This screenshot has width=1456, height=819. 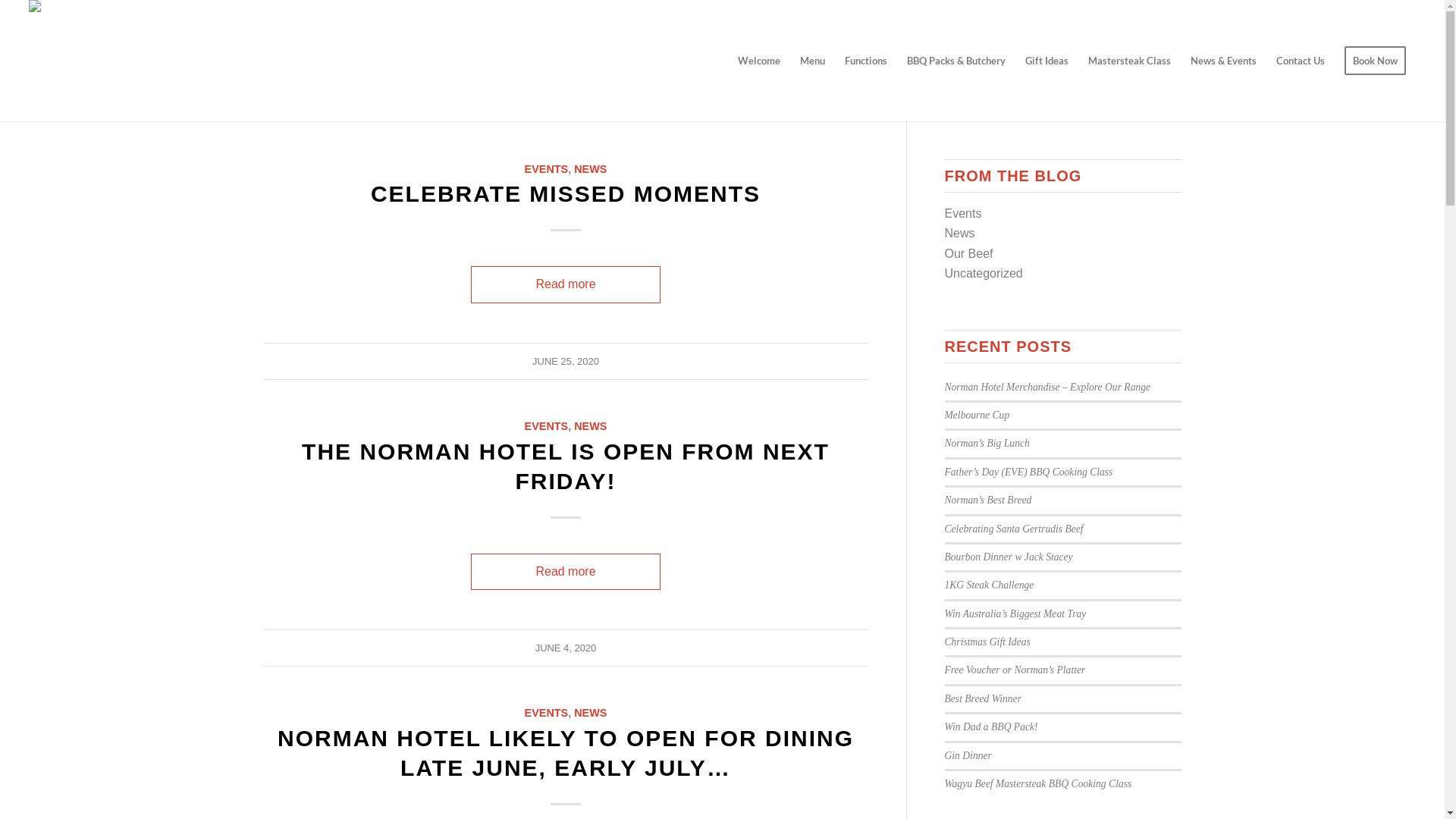 I want to click on 'Functions', so click(x=866, y=60).